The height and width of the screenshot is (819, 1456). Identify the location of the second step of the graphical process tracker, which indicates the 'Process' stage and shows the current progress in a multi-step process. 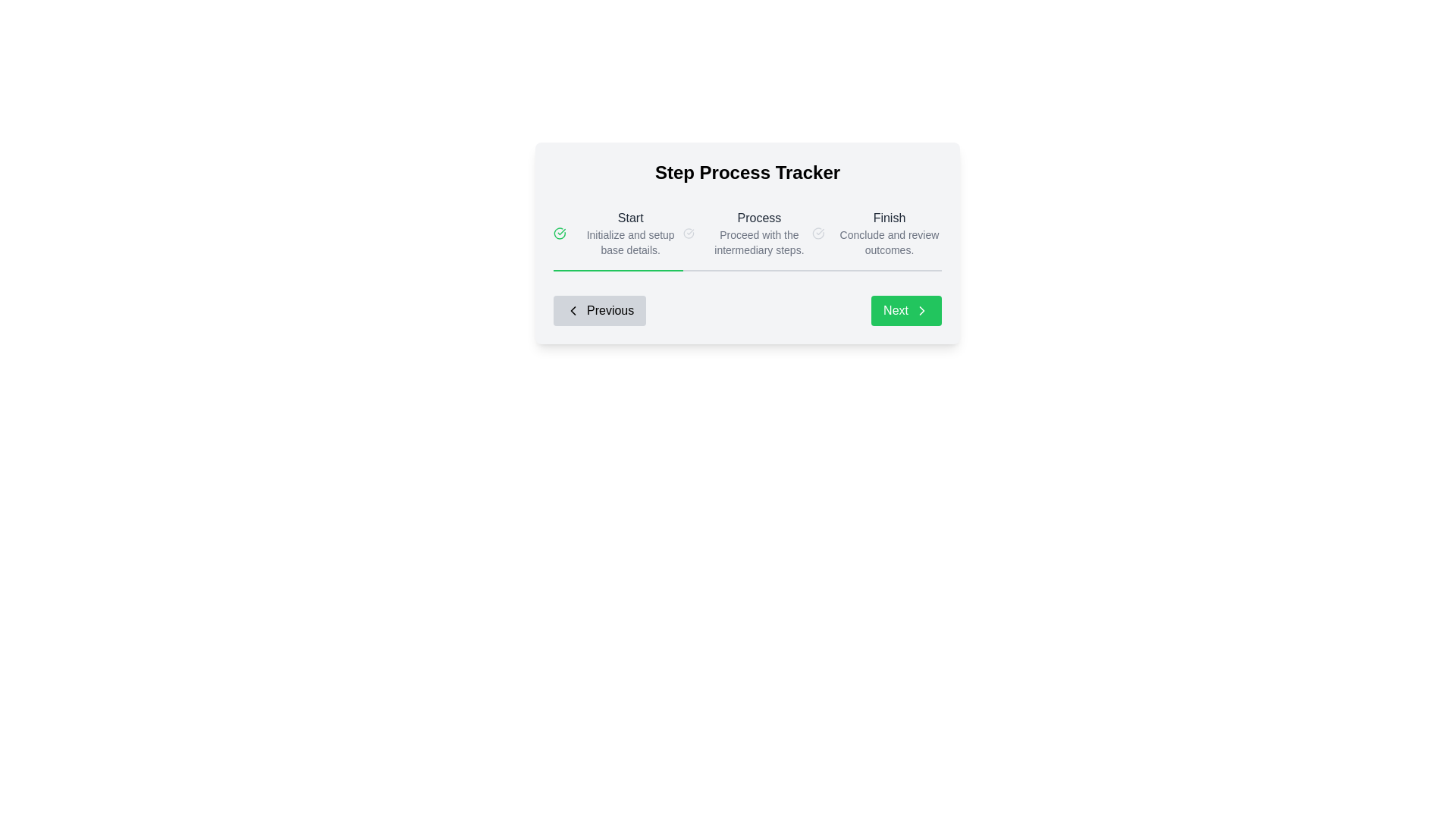
(747, 242).